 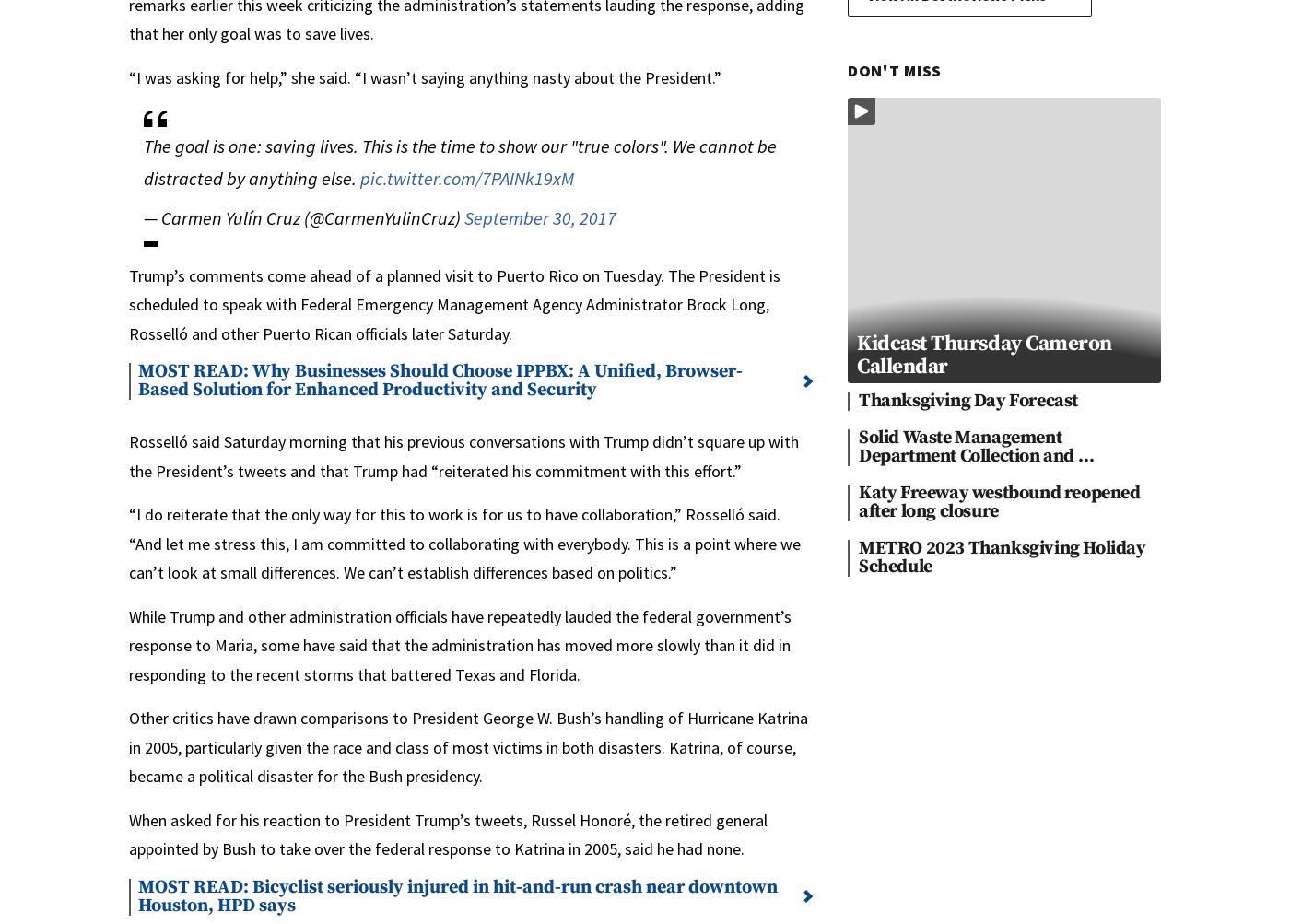 What do you see at coordinates (540, 217) in the screenshot?
I see `'September 30, 2017'` at bounding box center [540, 217].